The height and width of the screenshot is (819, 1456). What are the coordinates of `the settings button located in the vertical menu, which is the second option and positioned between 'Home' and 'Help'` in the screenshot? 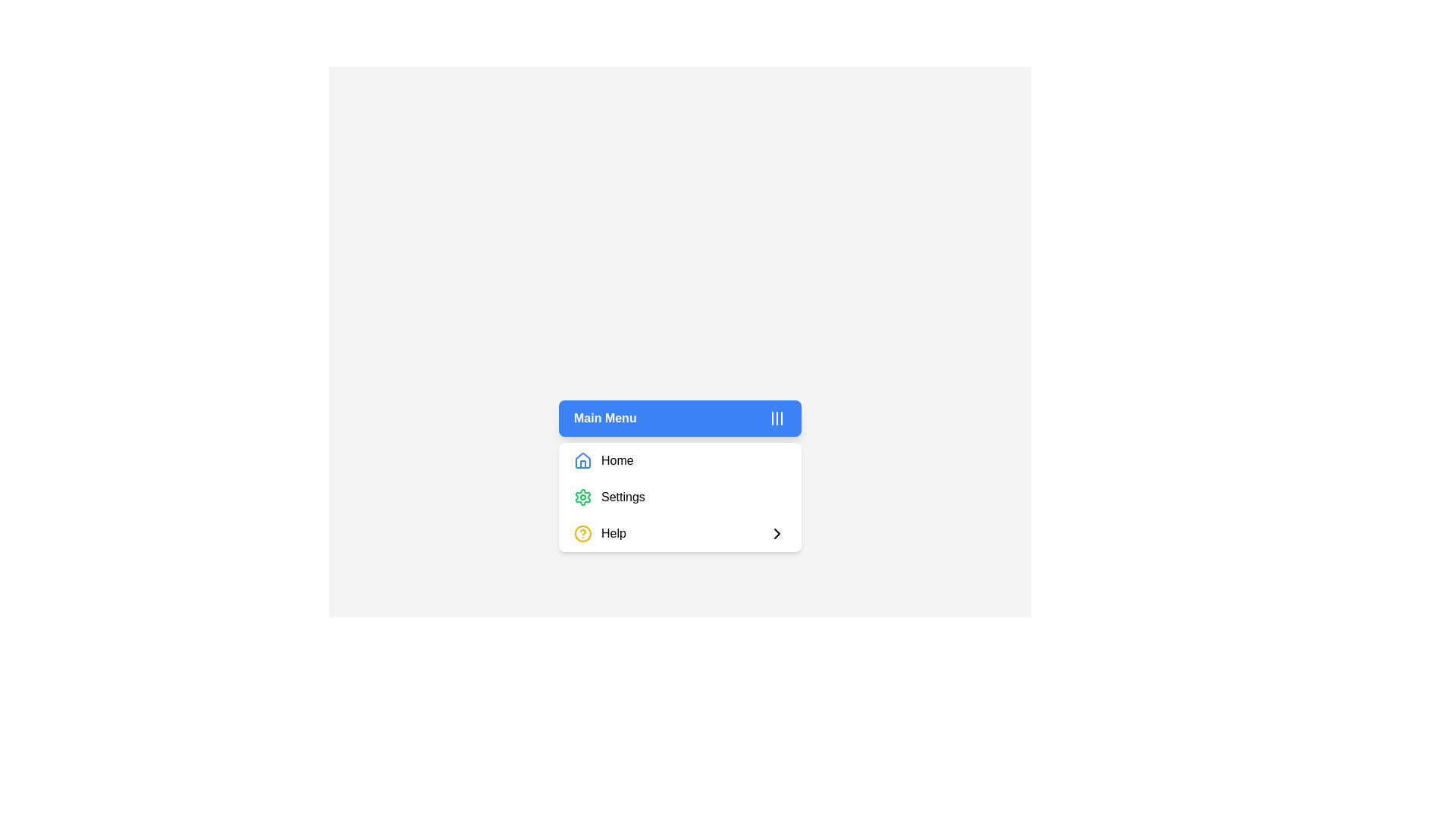 It's located at (679, 497).